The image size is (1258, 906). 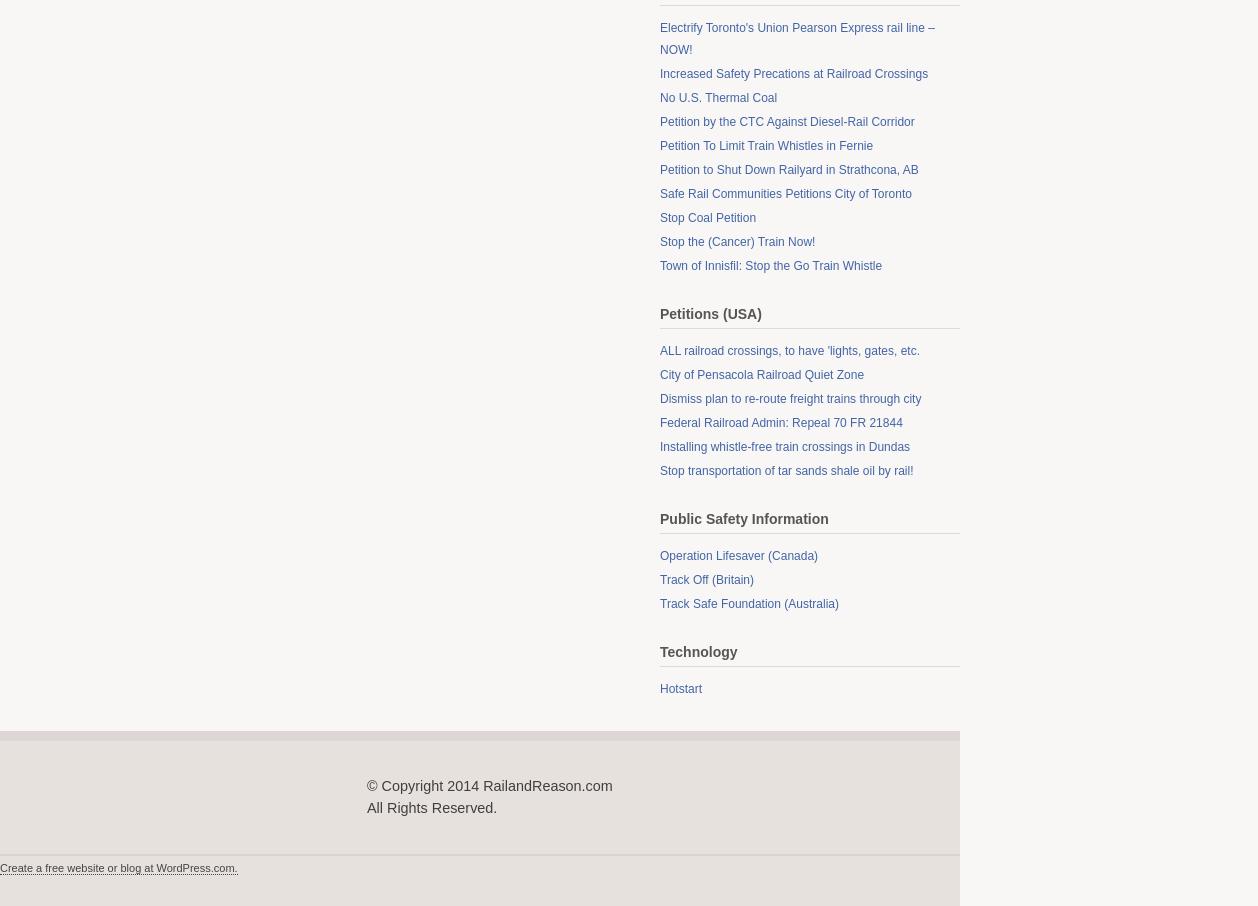 What do you see at coordinates (708, 216) in the screenshot?
I see `'Stop Coal Petition'` at bounding box center [708, 216].